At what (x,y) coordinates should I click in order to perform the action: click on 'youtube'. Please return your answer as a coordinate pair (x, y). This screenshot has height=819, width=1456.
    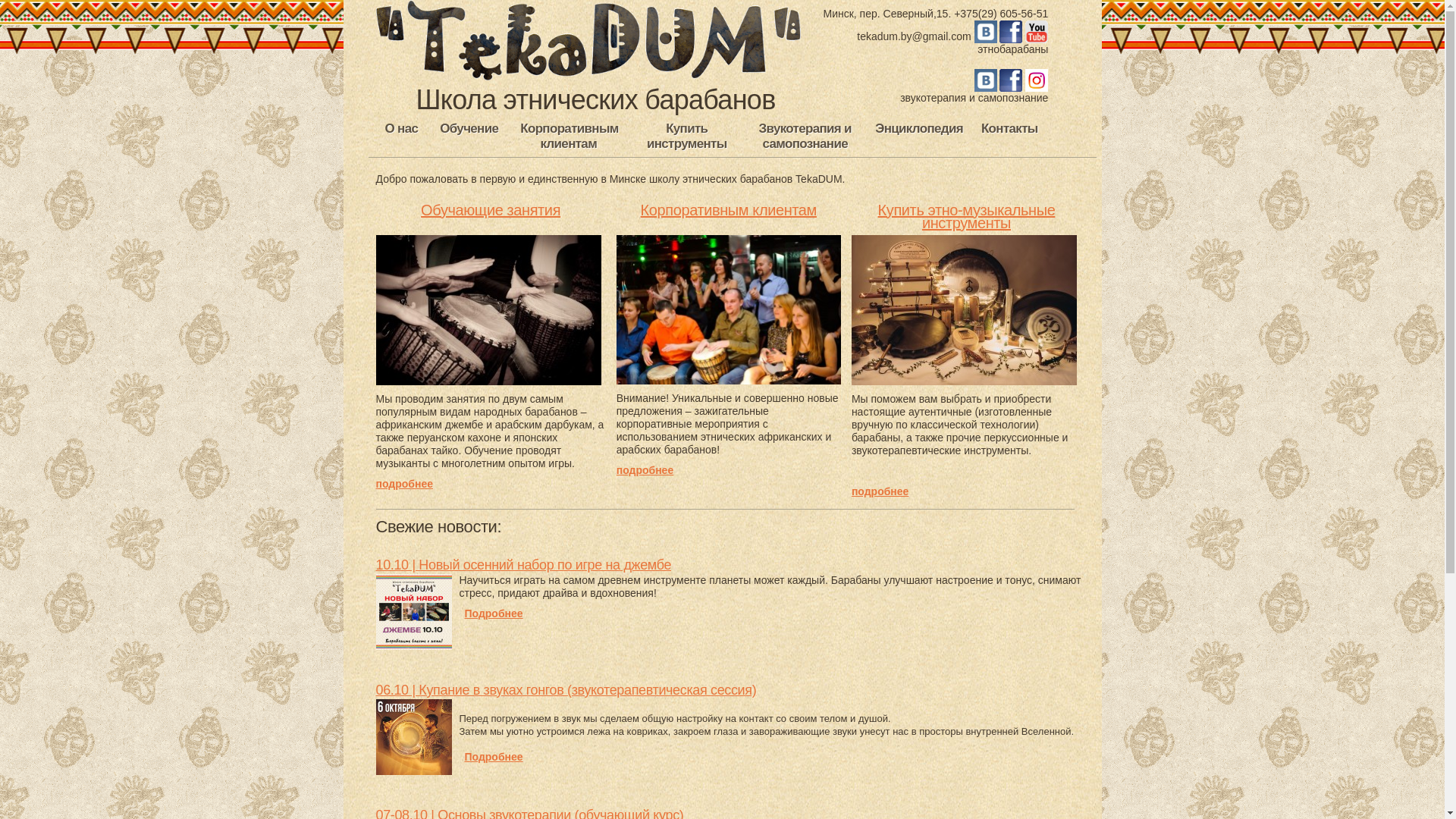
    Looking at the image, I should click on (1025, 35).